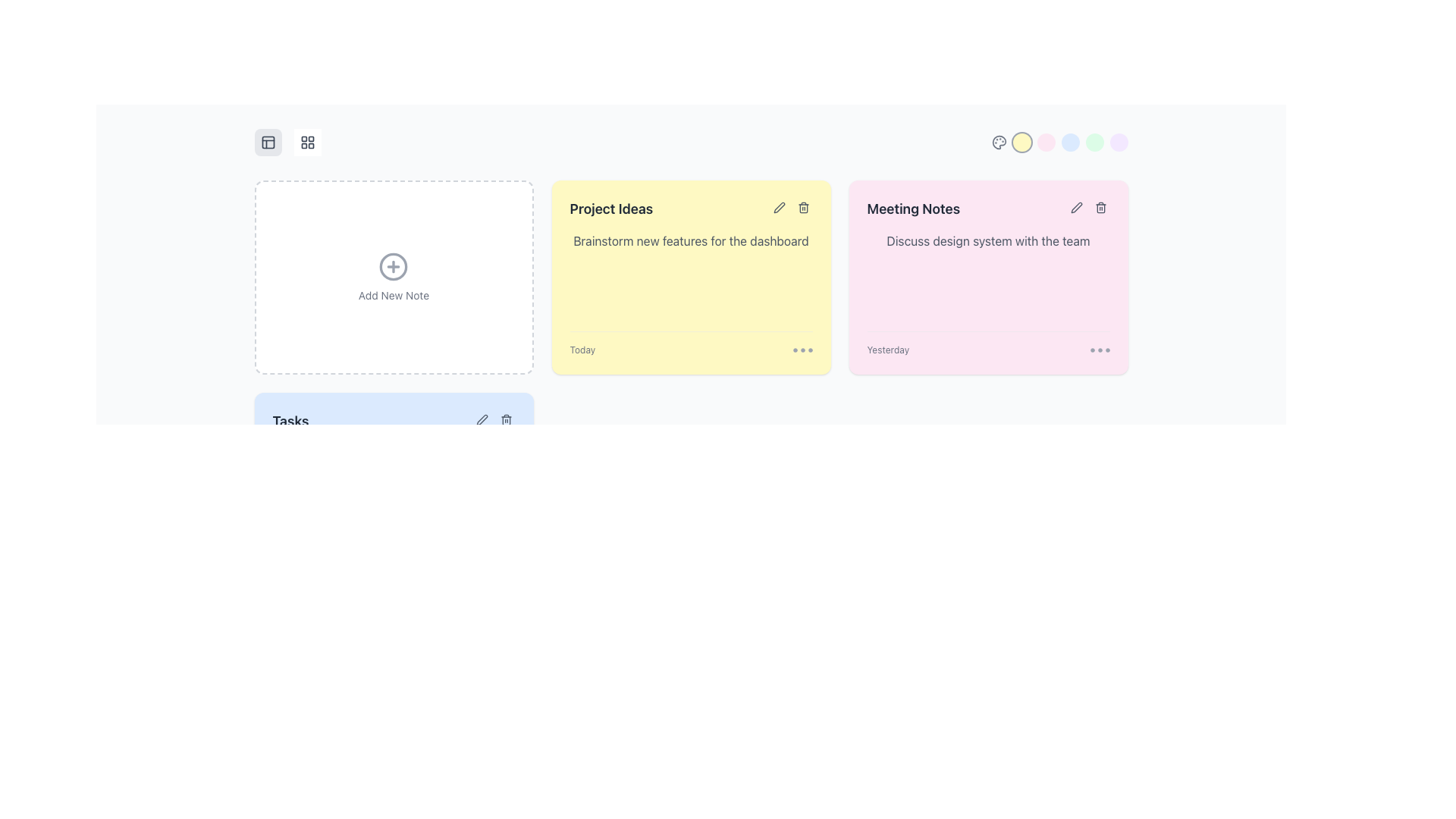 The image size is (1456, 819). Describe the element at coordinates (506, 420) in the screenshot. I see `the delete button located to the far right of the horizontal button group in the 'Tasks' section` at that location.